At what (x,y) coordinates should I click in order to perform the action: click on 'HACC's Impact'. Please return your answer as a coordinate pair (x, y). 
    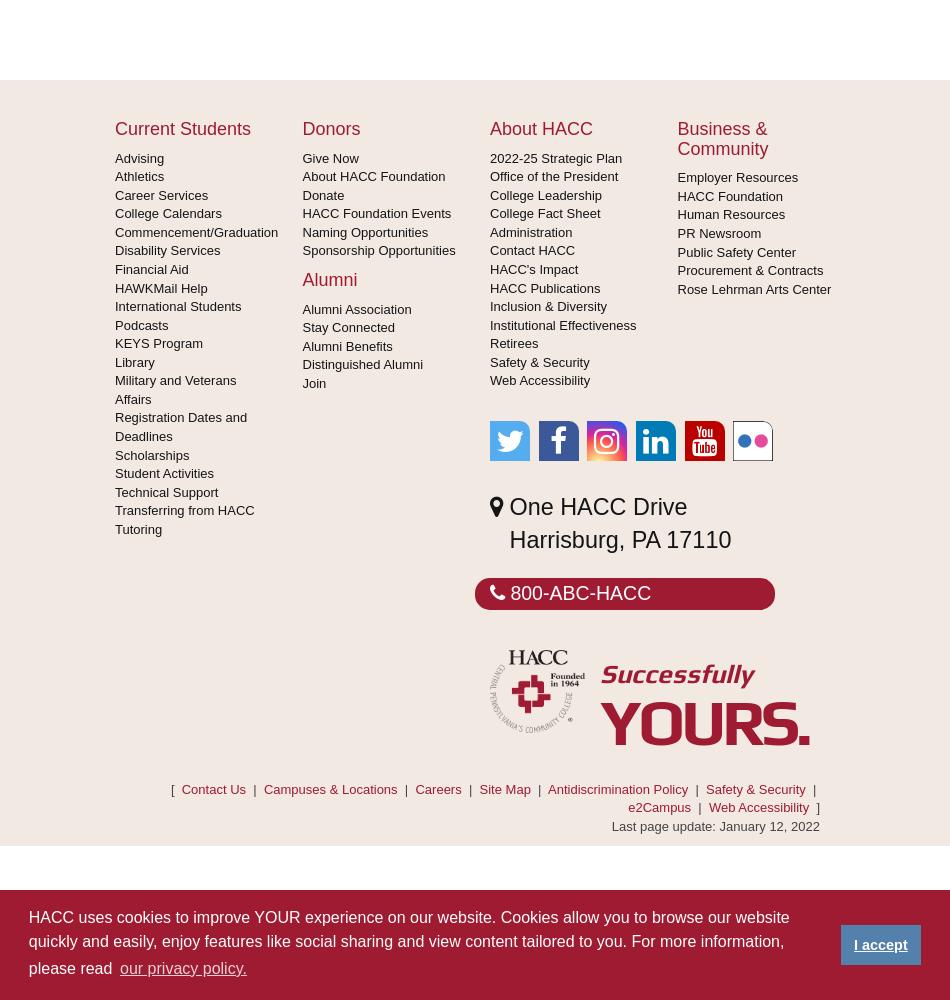
    Looking at the image, I should click on (533, 268).